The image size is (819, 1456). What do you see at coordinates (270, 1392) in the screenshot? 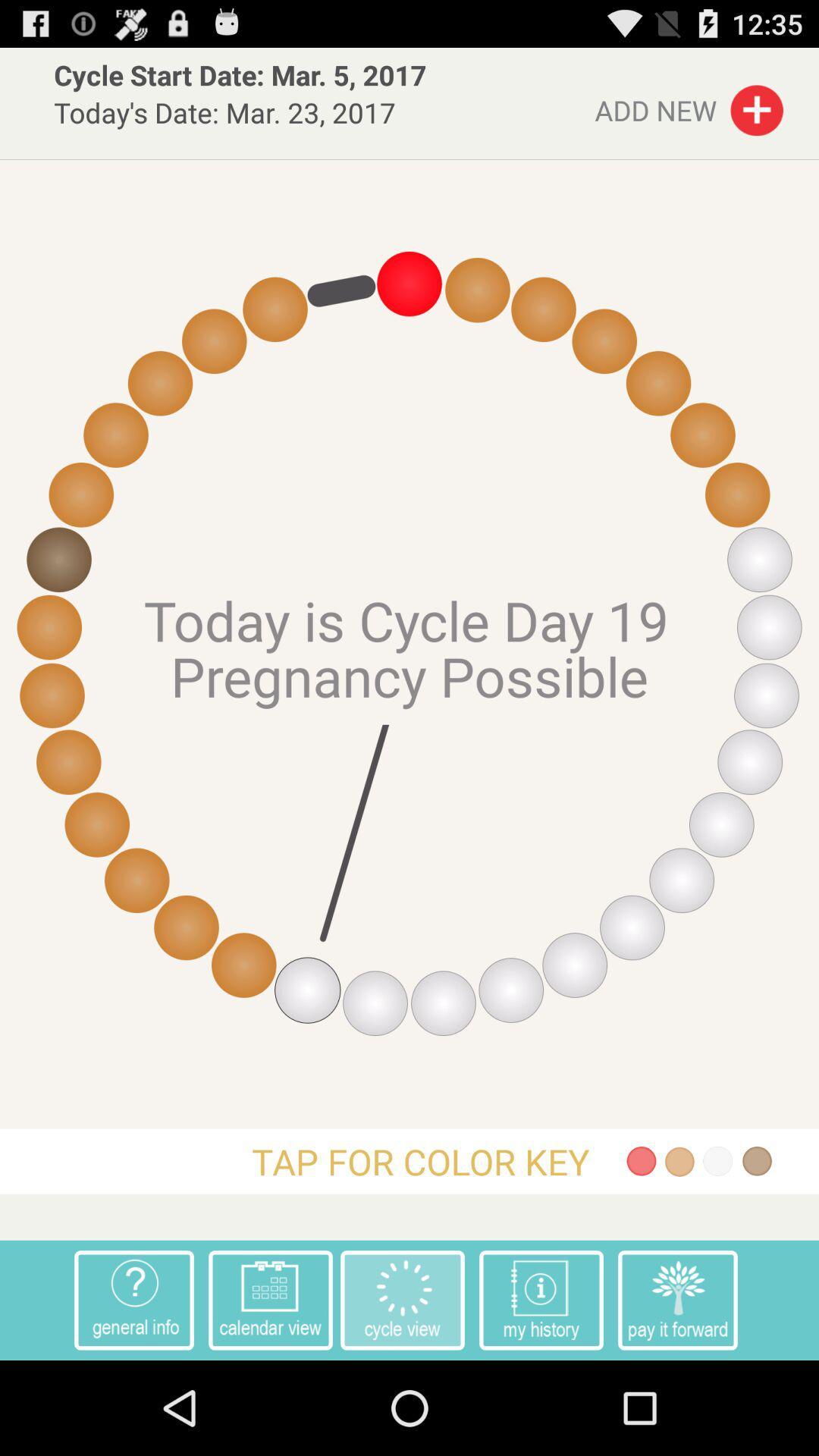
I see `the date_range icon` at bounding box center [270, 1392].